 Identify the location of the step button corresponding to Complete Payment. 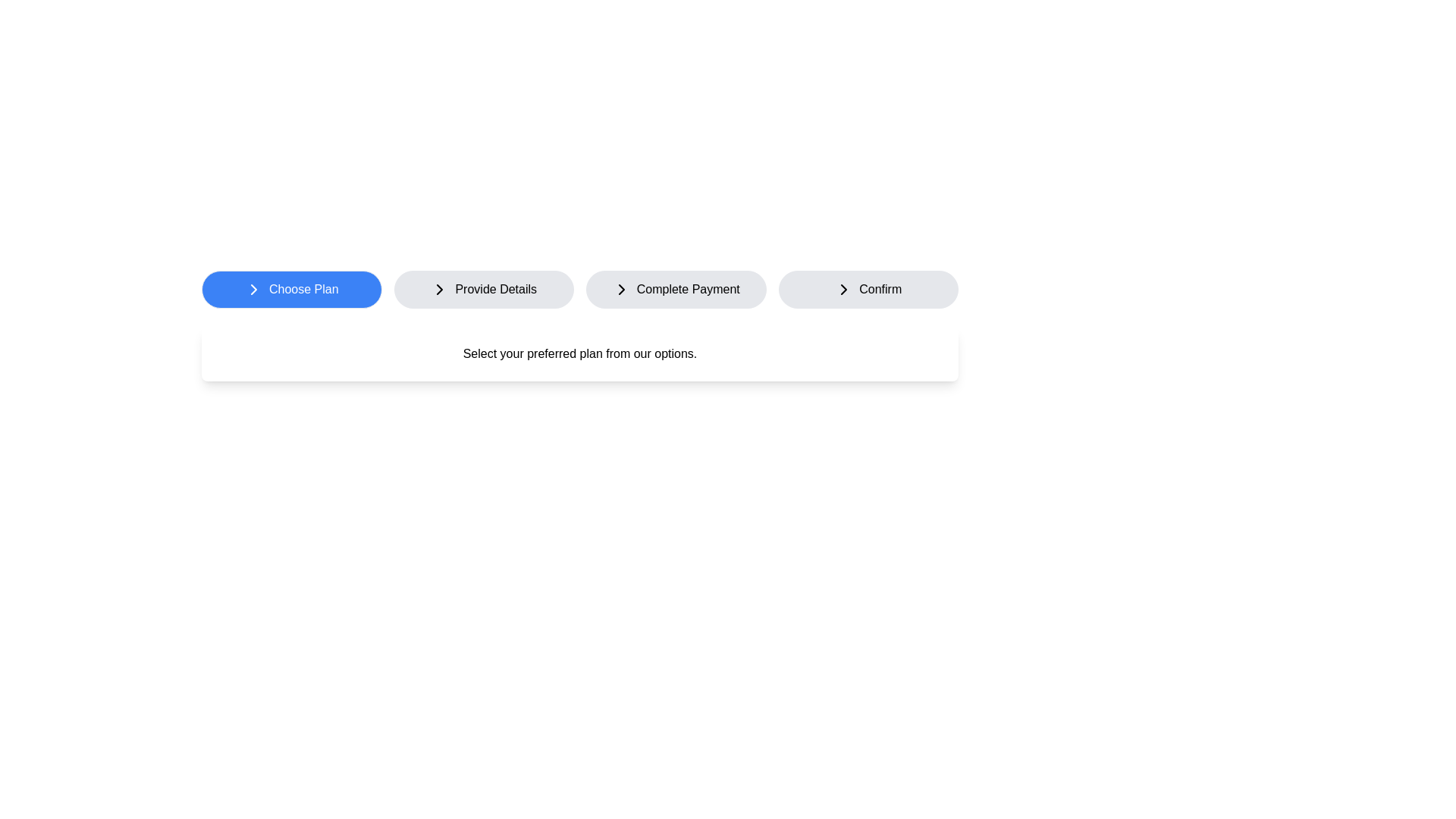
(675, 289).